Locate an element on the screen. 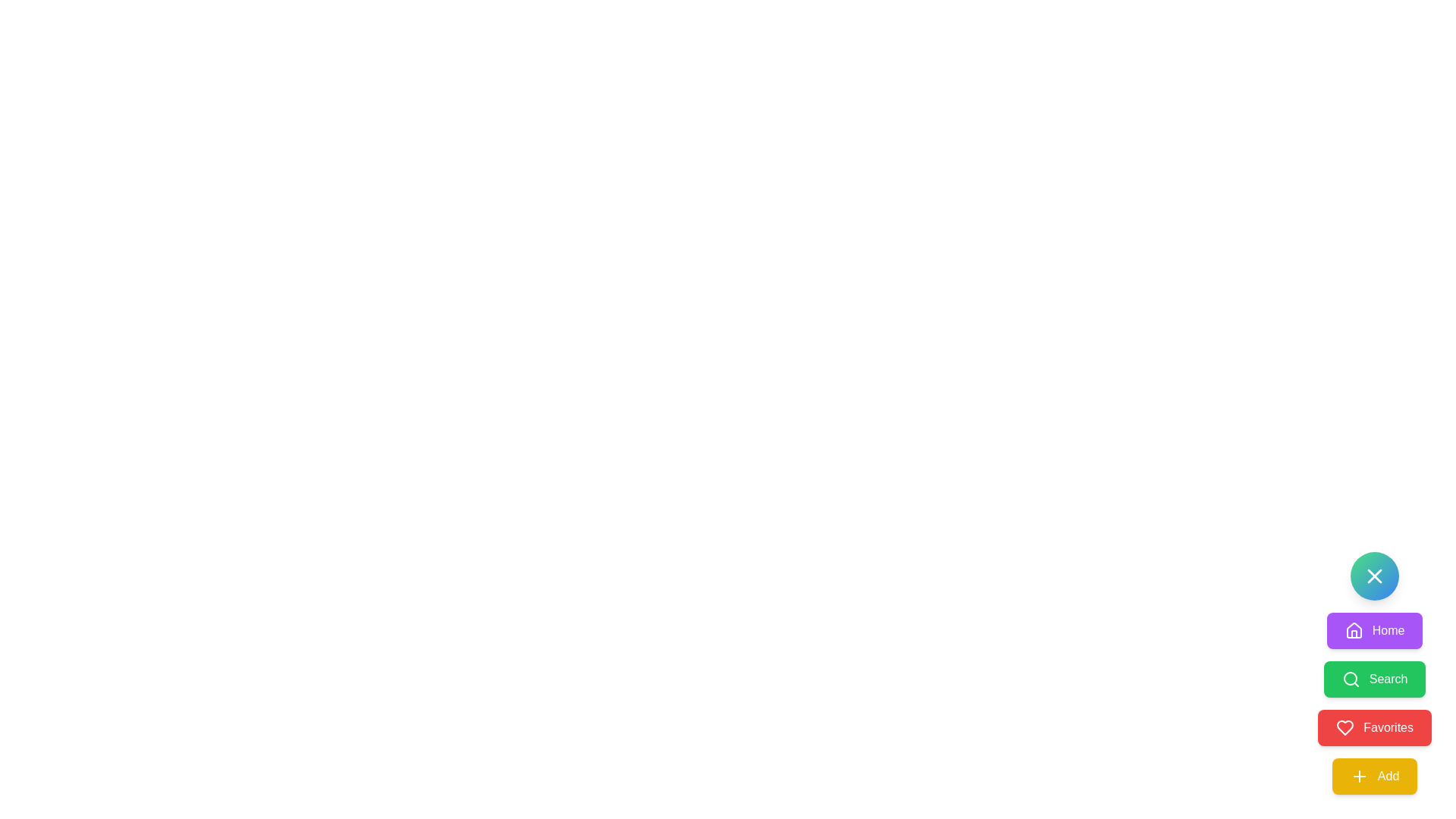 This screenshot has width=1456, height=819. the circular search lens icon located within the 'Search' button, which is positioned below the 'Home' button and above the 'Favorites' button in the vertical button group on the right side of the interface is located at coordinates (1350, 677).